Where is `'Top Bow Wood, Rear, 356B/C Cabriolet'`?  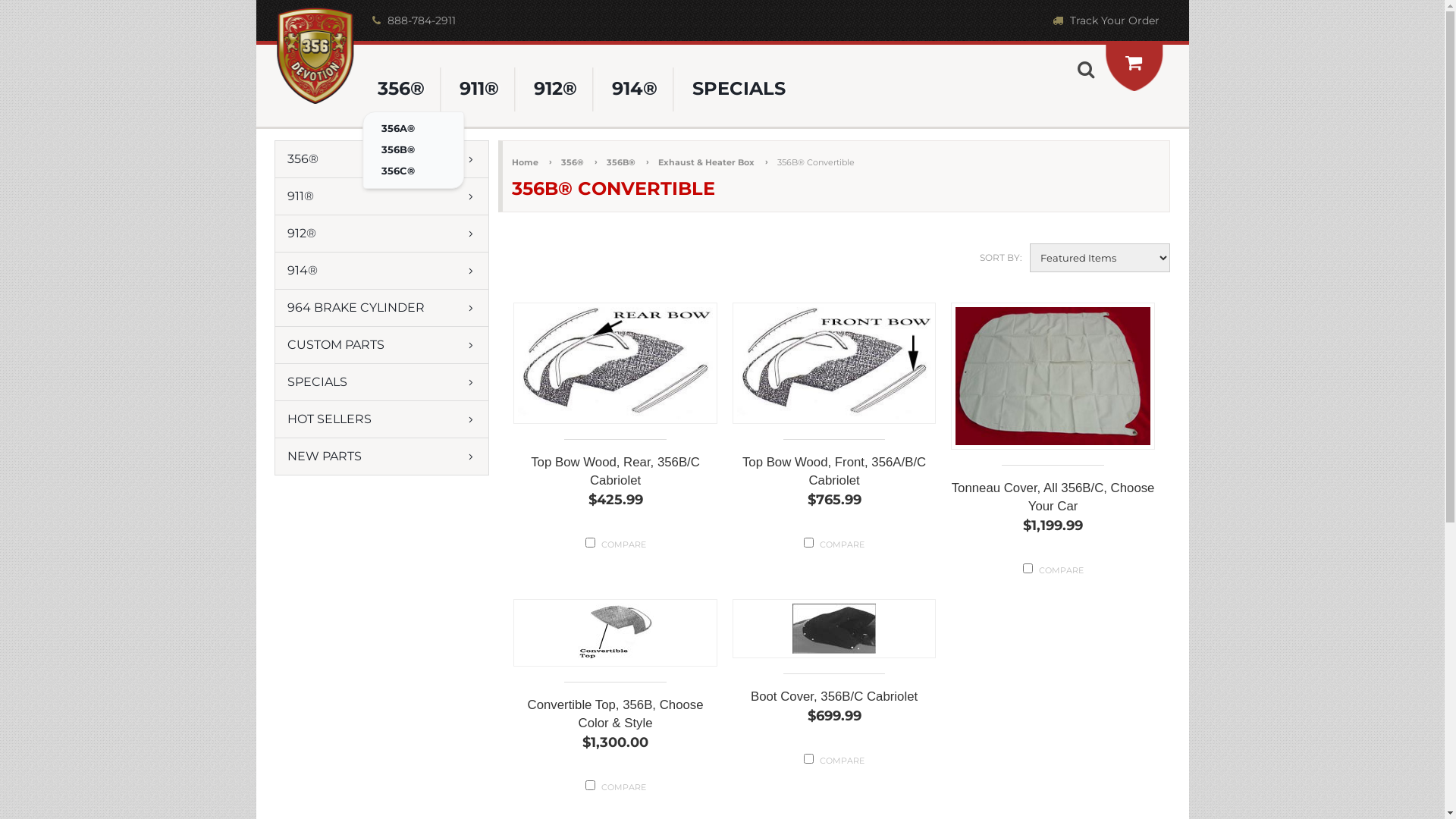 'Top Bow Wood, Rear, 356B/C Cabriolet' is located at coordinates (615, 463).